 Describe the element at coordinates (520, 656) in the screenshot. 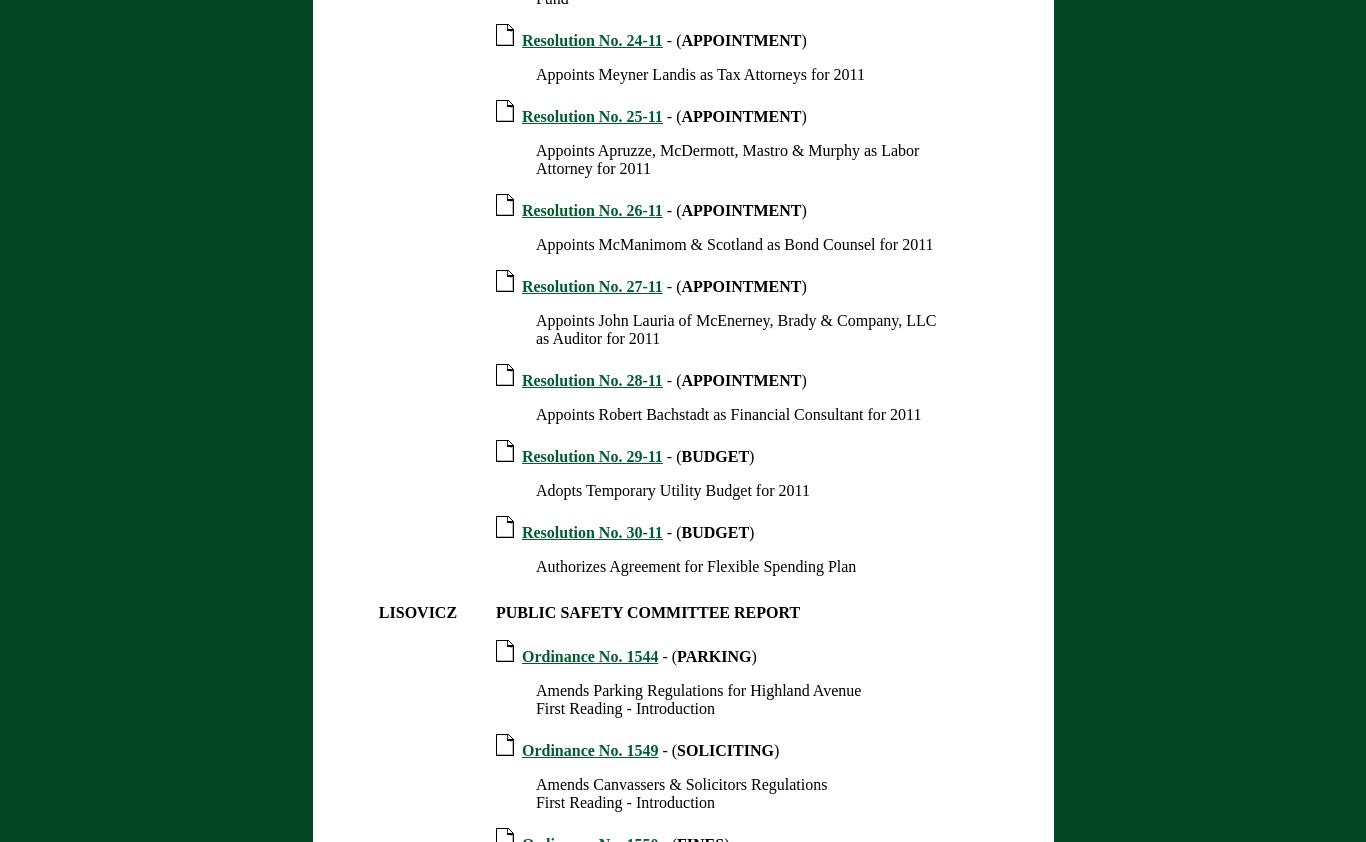

I see `'Ordinance   No.     1544'` at that location.